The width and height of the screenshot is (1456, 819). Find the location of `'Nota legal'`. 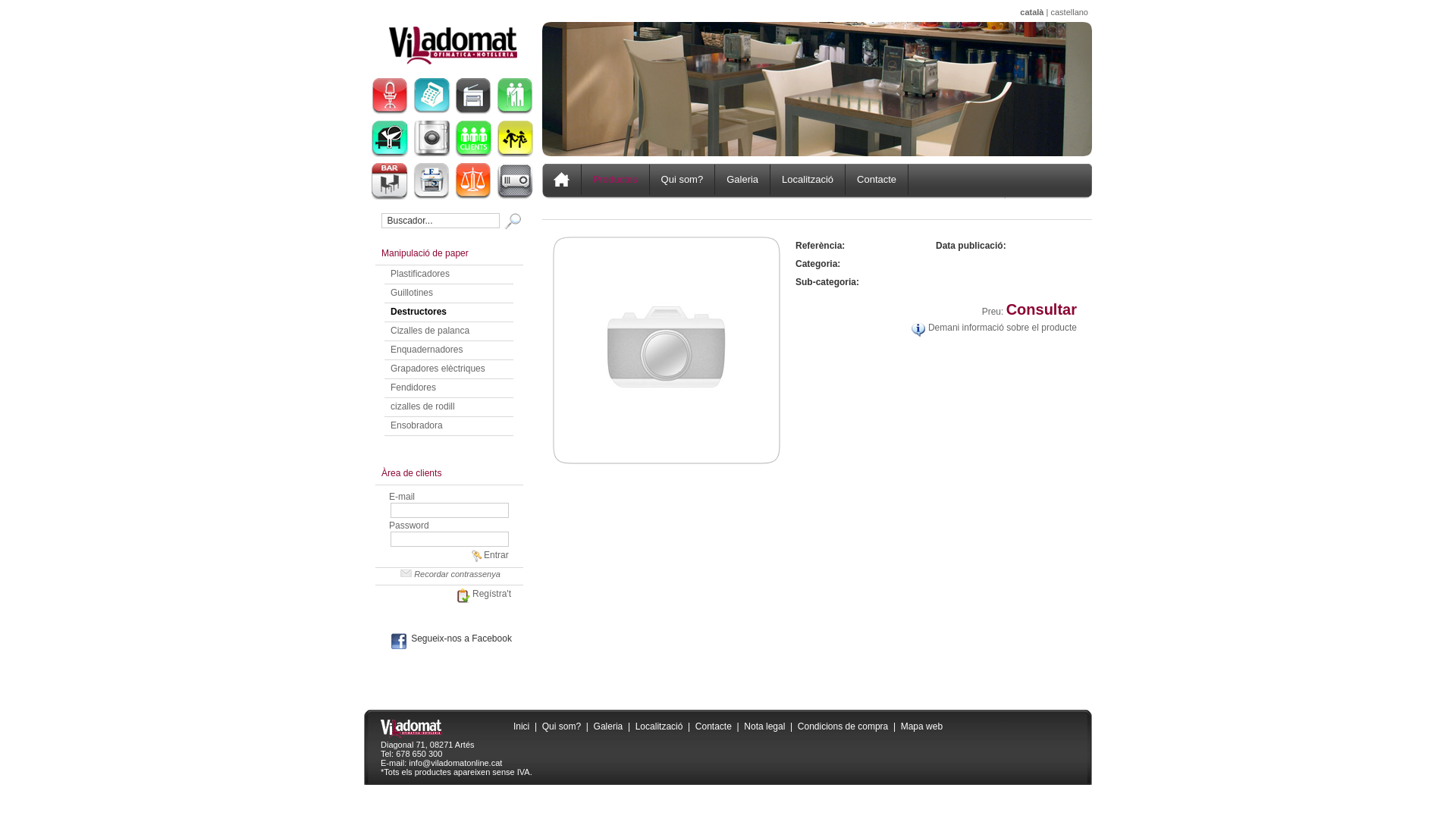

'Nota legal' is located at coordinates (764, 725).